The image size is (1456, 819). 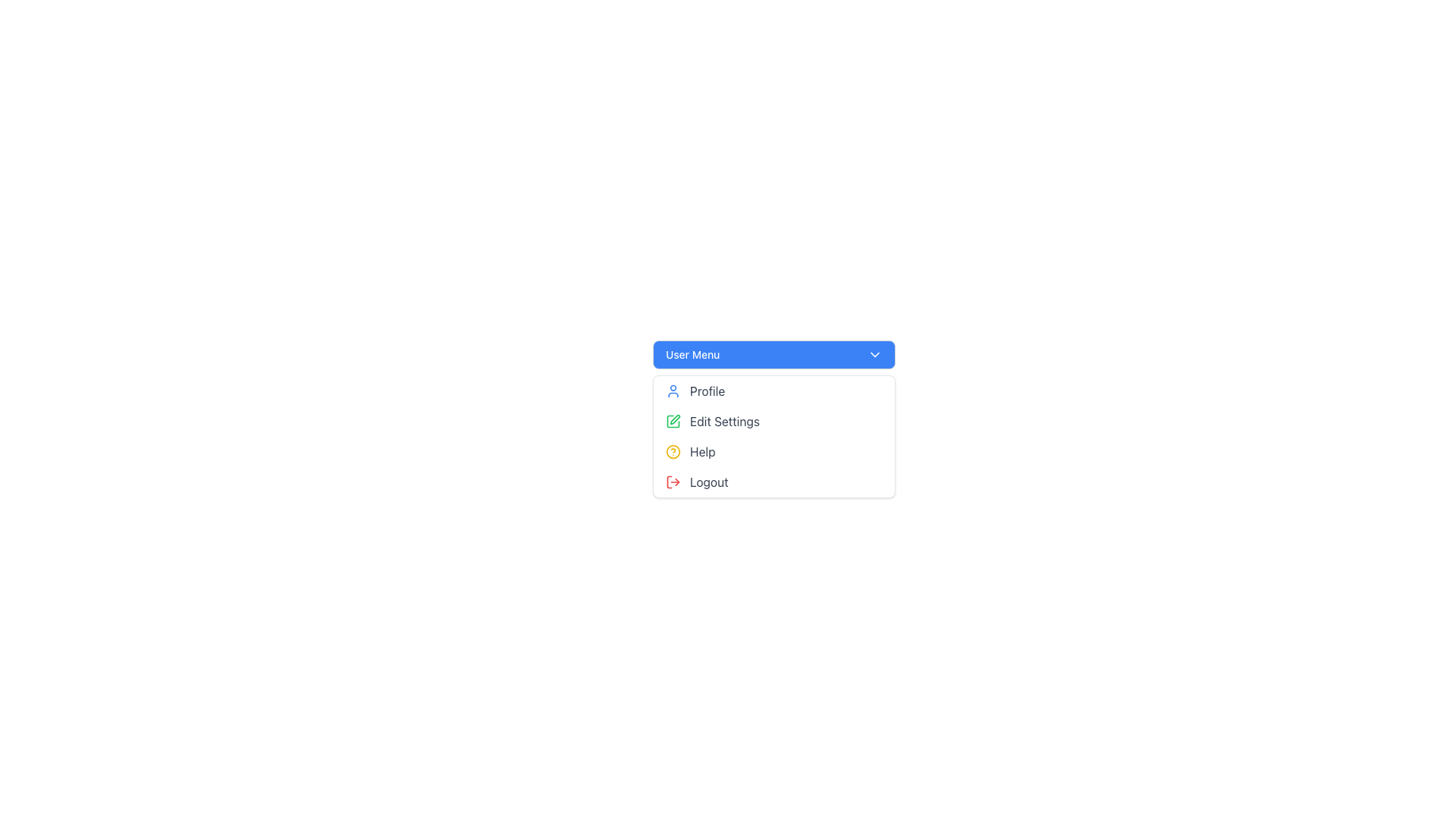 I want to click on the downward chevron icon located on the right end of the 'User Menu' blue button, so click(x=874, y=354).